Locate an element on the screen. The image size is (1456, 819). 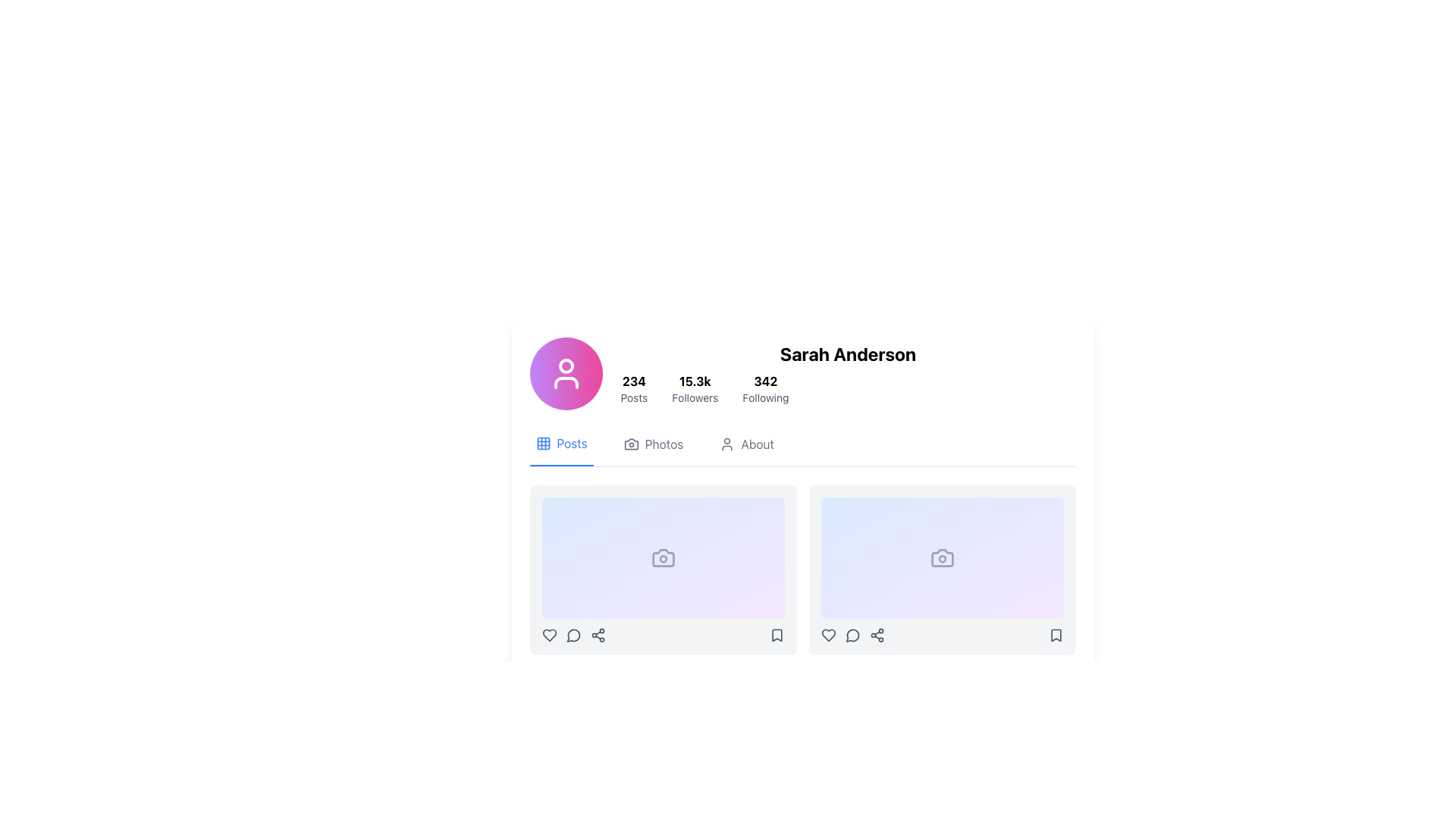
statistic indicator displaying '15.3k' above the label 'Followers', which is the second element in a row of three statistic indicators is located at coordinates (694, 388).